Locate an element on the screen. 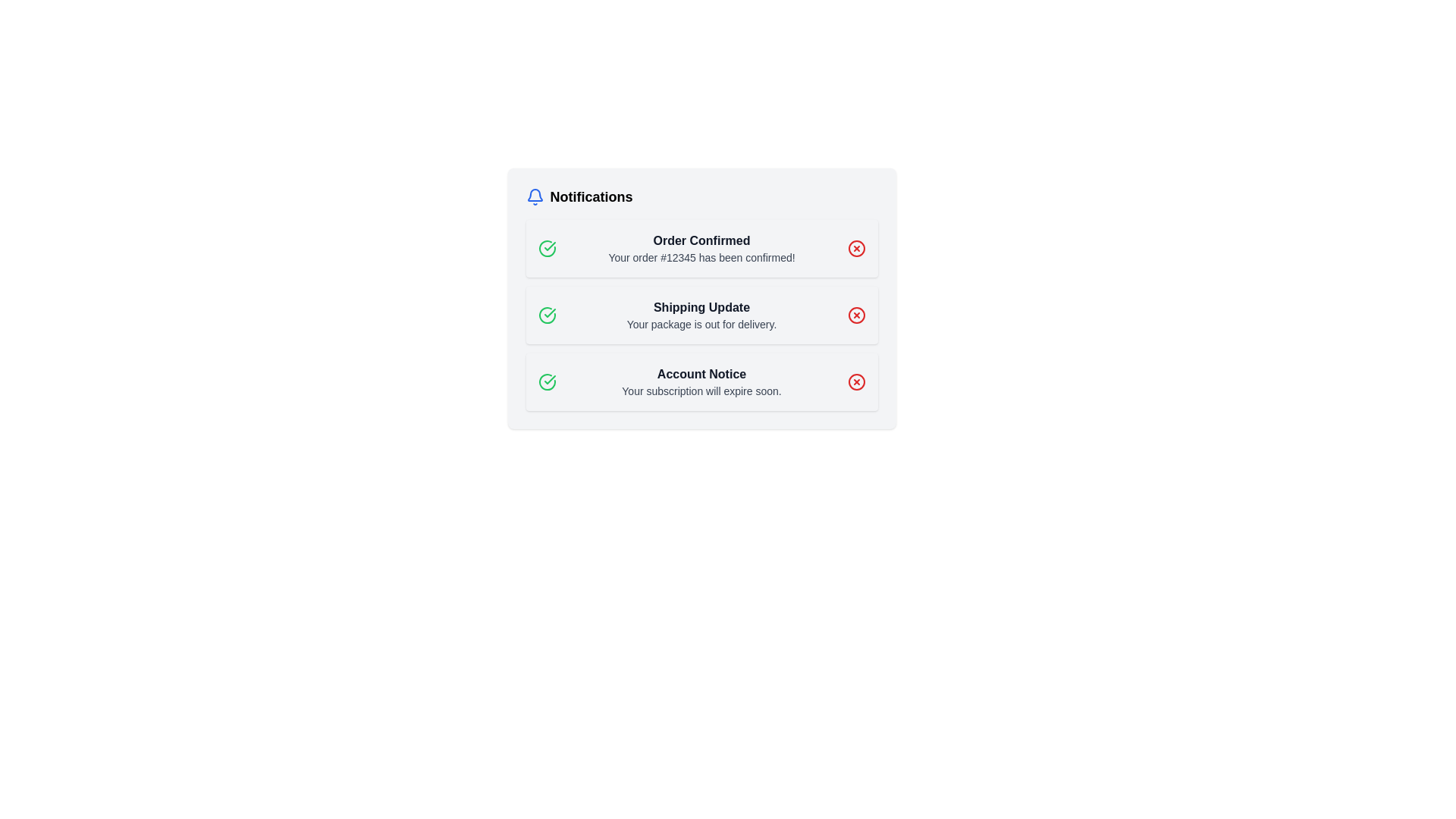 Image resolution: width=1456 pixels, height=819 pixels. text displayed in the third notification of the notification list, which informs the user about their subscription expiring soon is located at coordinates (701, 381).